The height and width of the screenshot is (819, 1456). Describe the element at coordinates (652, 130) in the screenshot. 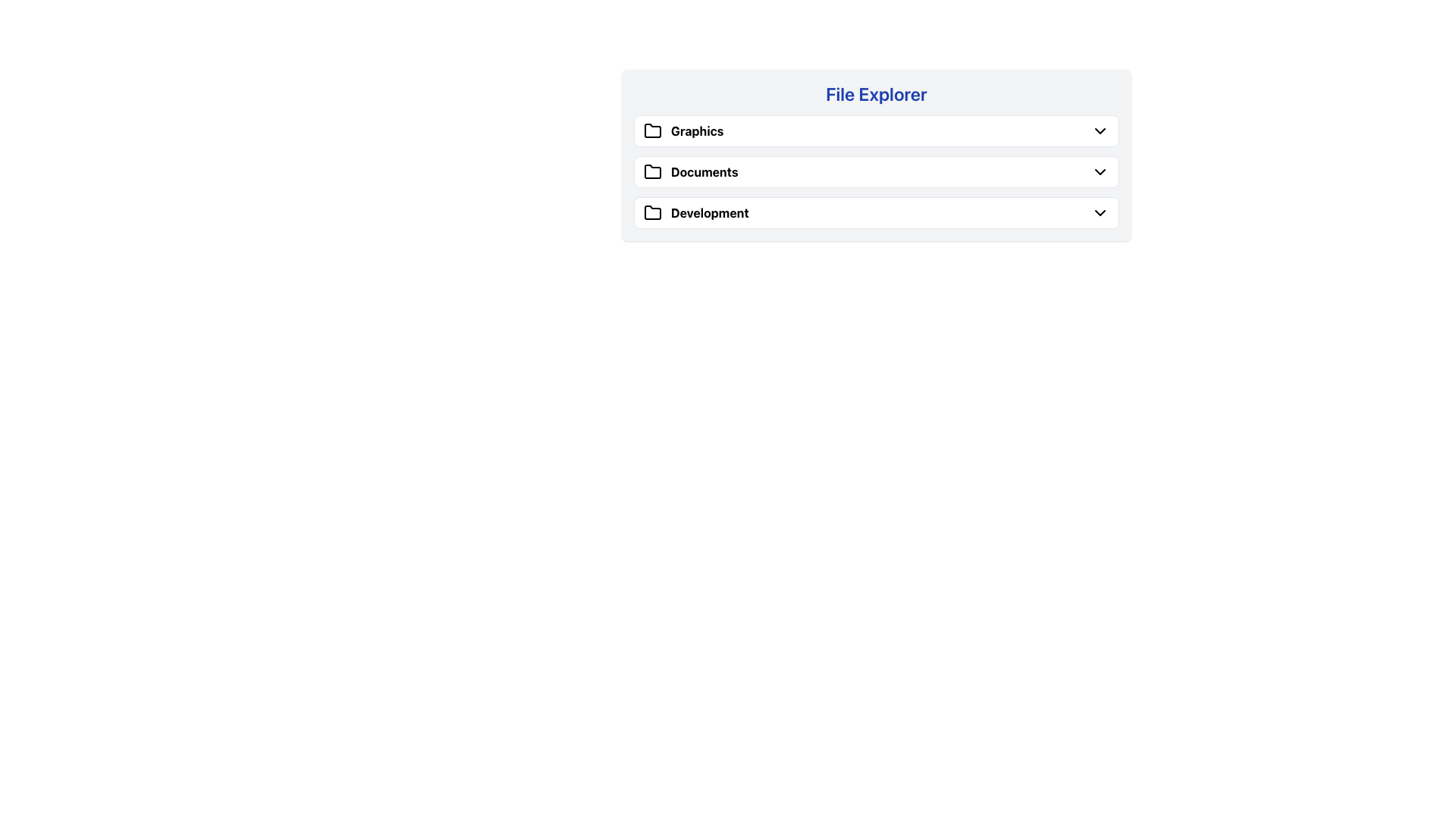

I see `the folder icon representing the 'Graphics' label within the 'File Explorer' menu` at that location.